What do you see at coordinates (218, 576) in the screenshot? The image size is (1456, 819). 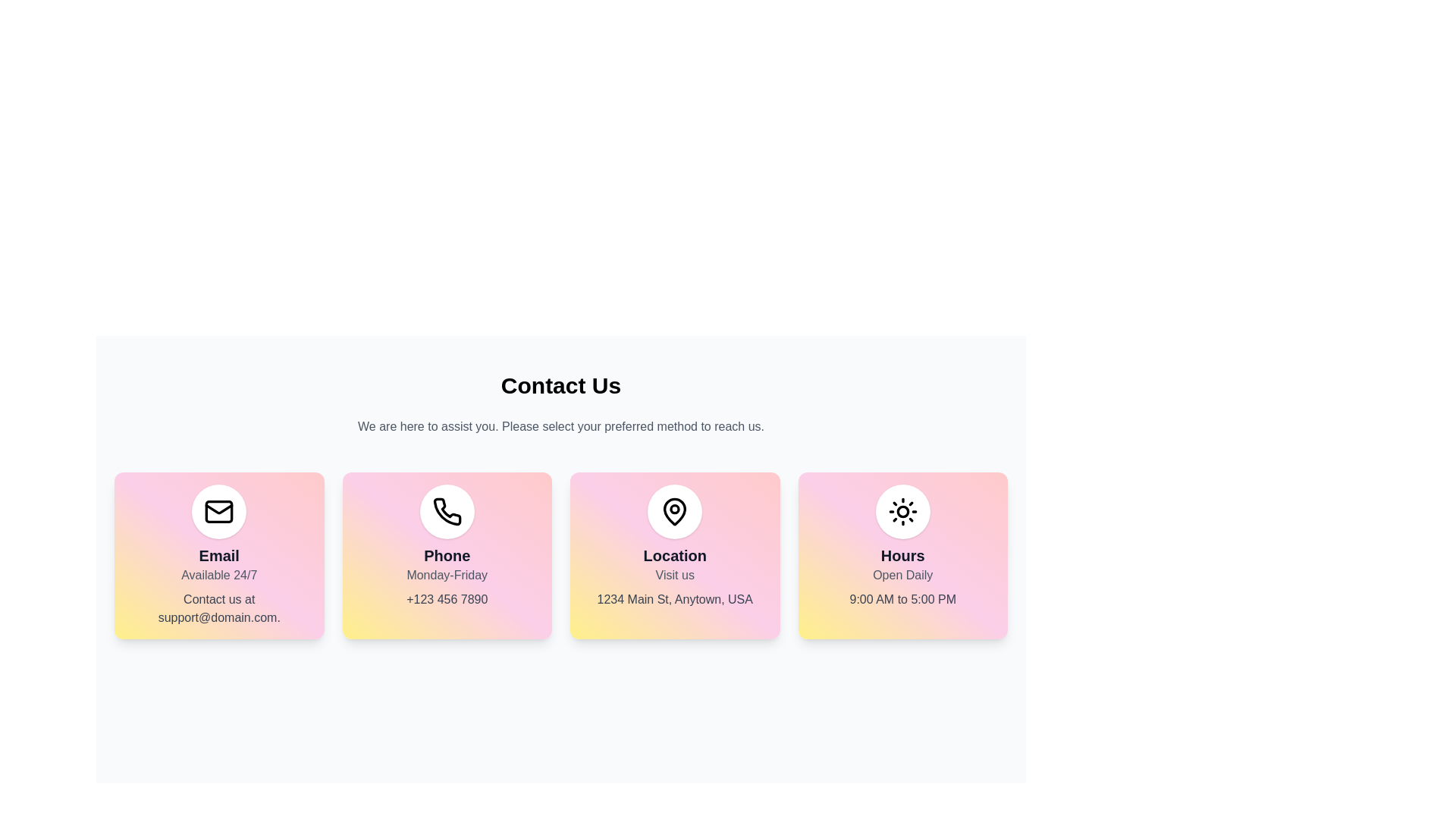 I see `the text element displaying 'Available 24/7', which is positioned below the 'Email' text and above the 'Contact us at' text` at bounding box center [218, 576].